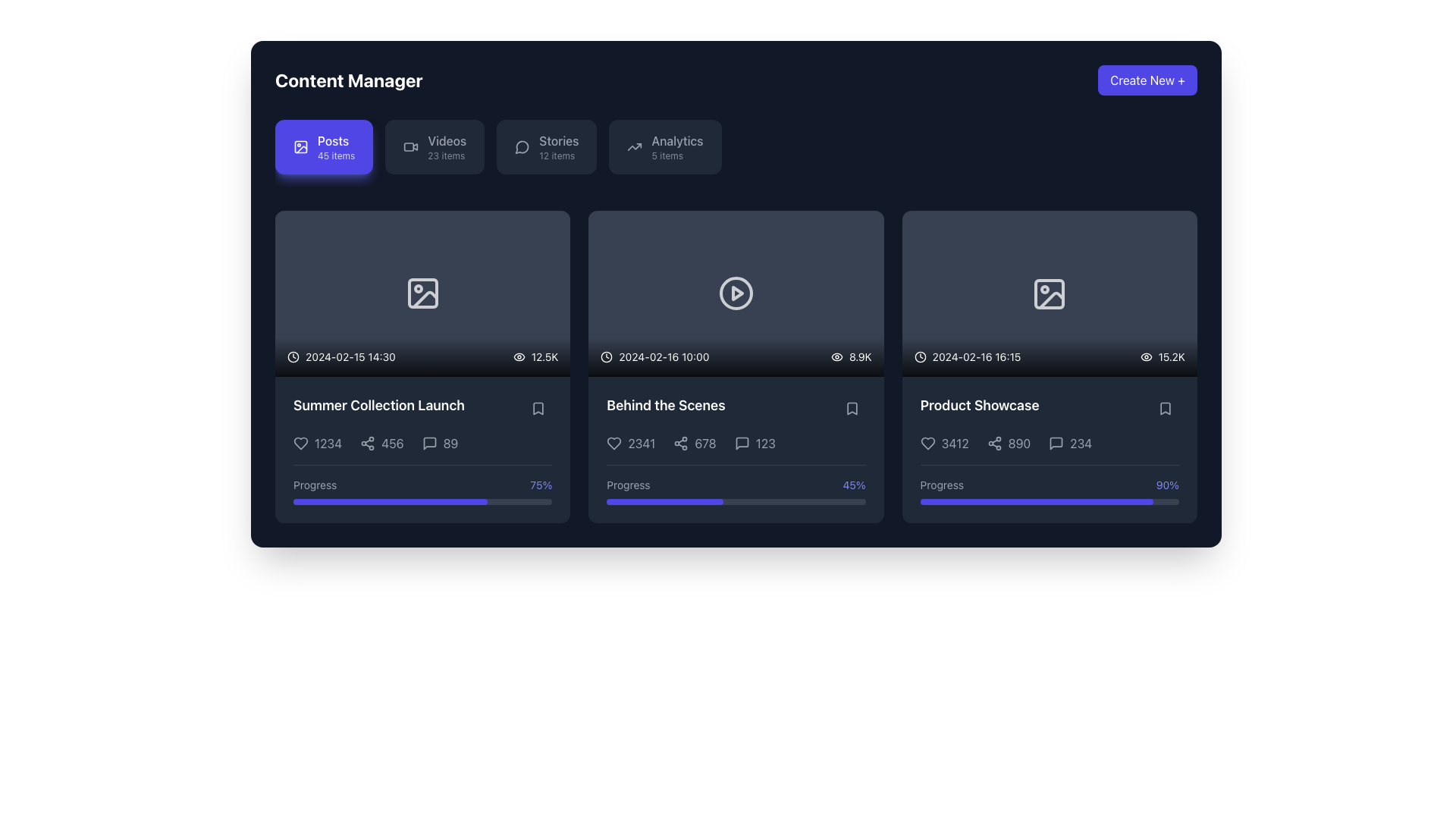  I want to click on the 'Like' icon located to the left of the numerical indication '2341' in the 'Behind the Scenes' section, so click(614, 443).